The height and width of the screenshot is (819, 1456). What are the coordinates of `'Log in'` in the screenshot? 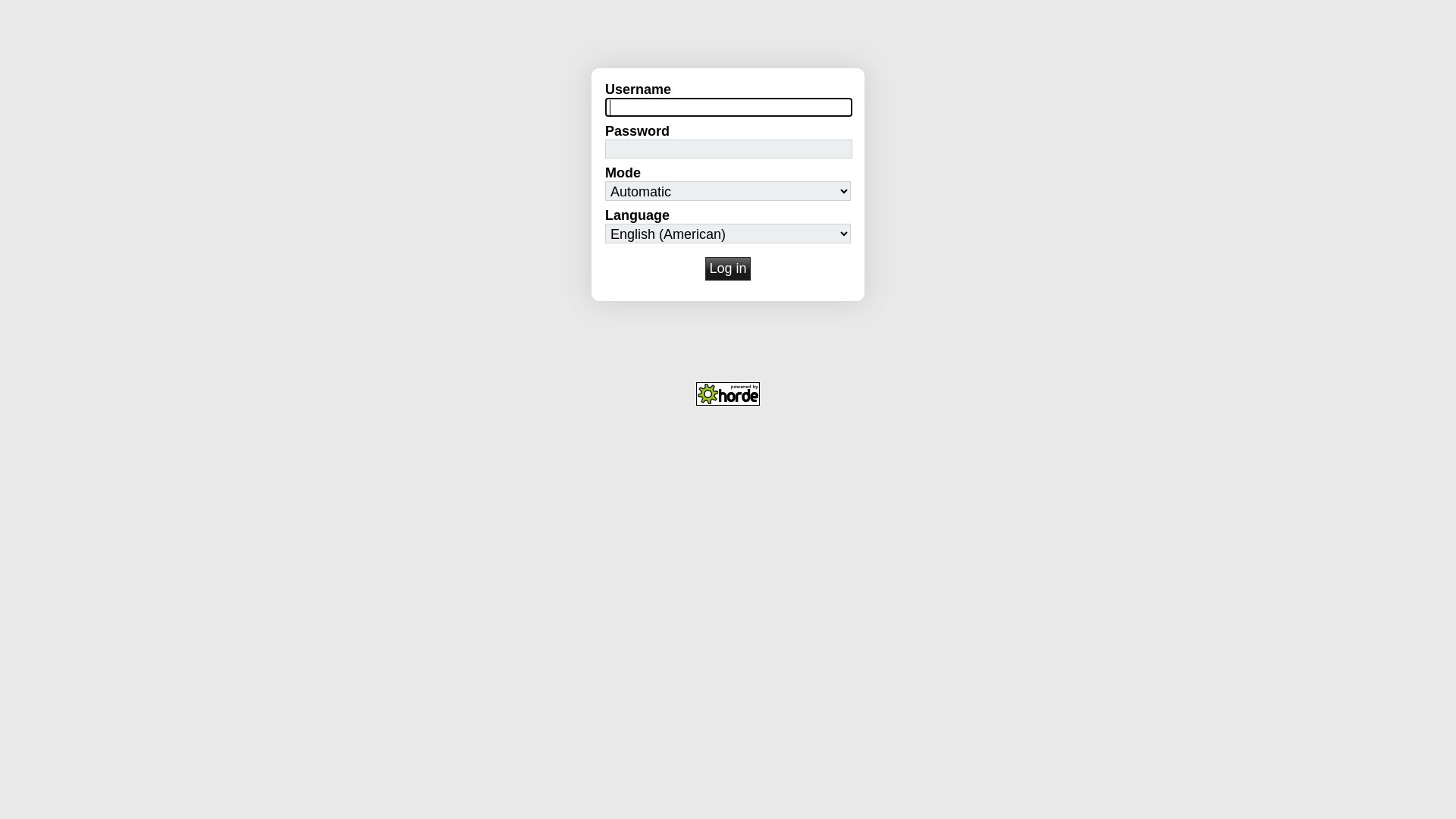 It's located at (728, 268).